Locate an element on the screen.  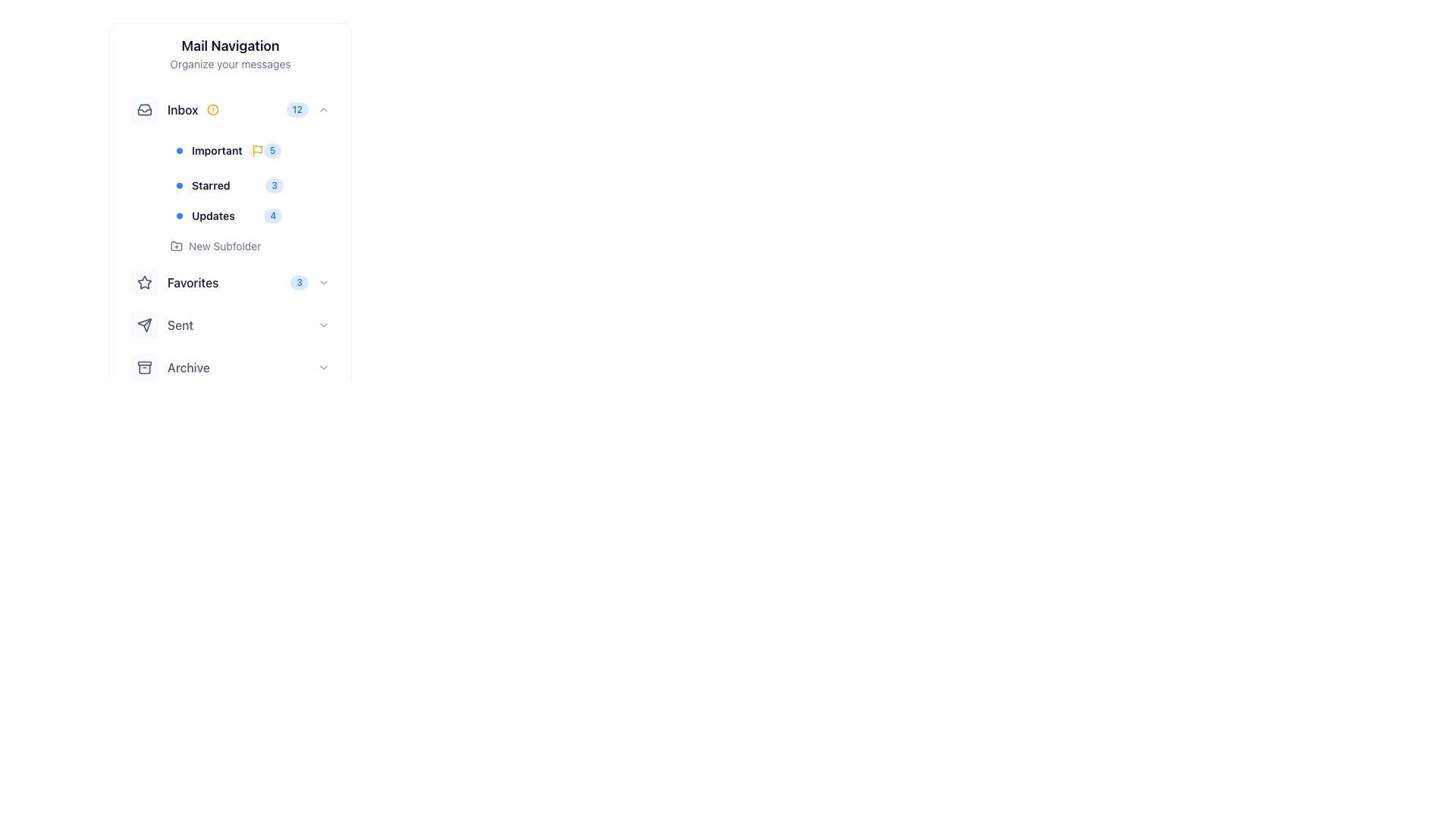
bold text label displaying the word 'Important' located in the 'Inbox' section of the mail navigation sidebar, positioned between a small blue circular icon and a yellow flag icon is located at coordinates (216, 151).